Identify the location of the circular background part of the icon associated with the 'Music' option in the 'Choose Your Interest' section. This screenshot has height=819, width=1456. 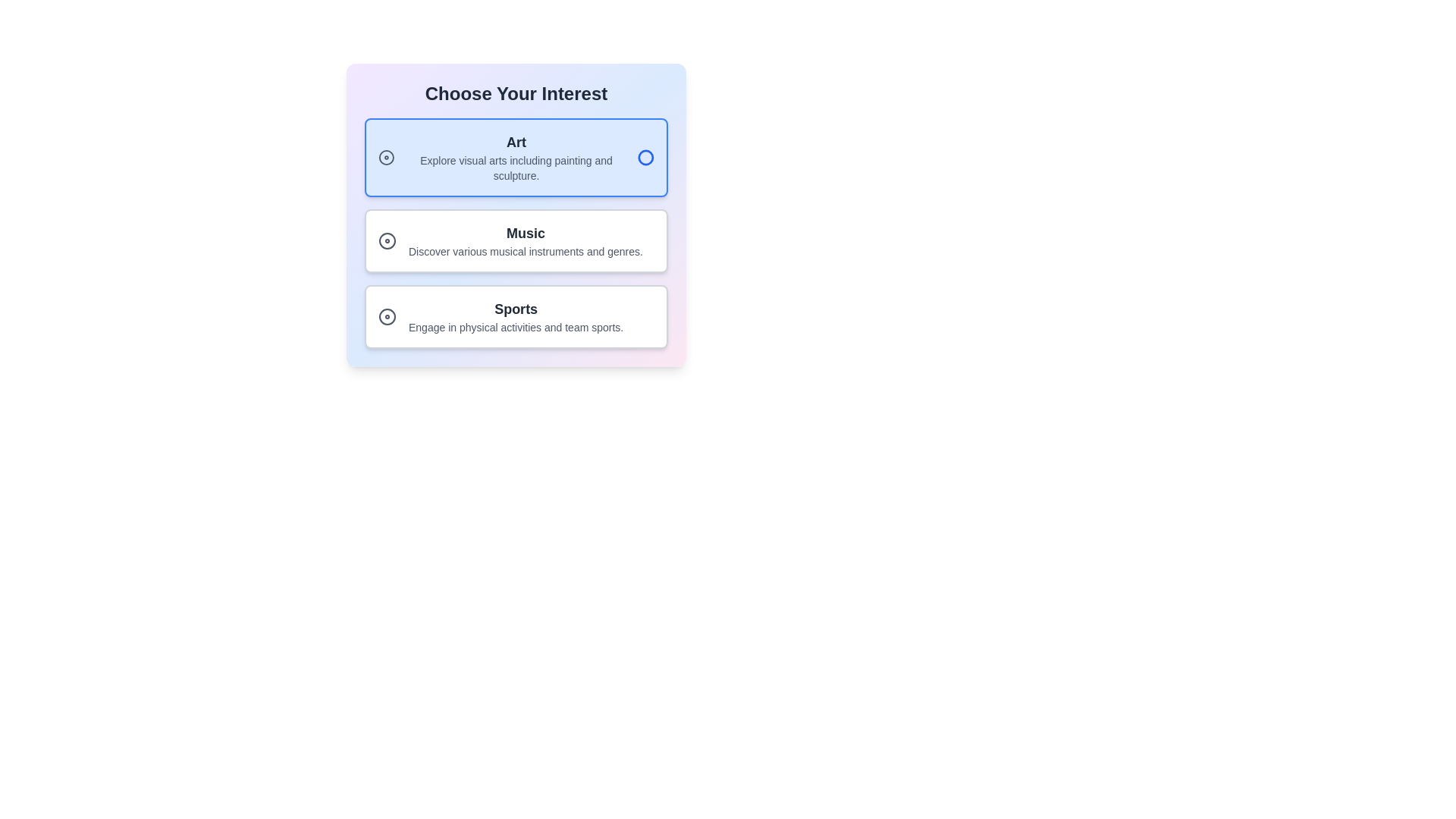
(387, 240).